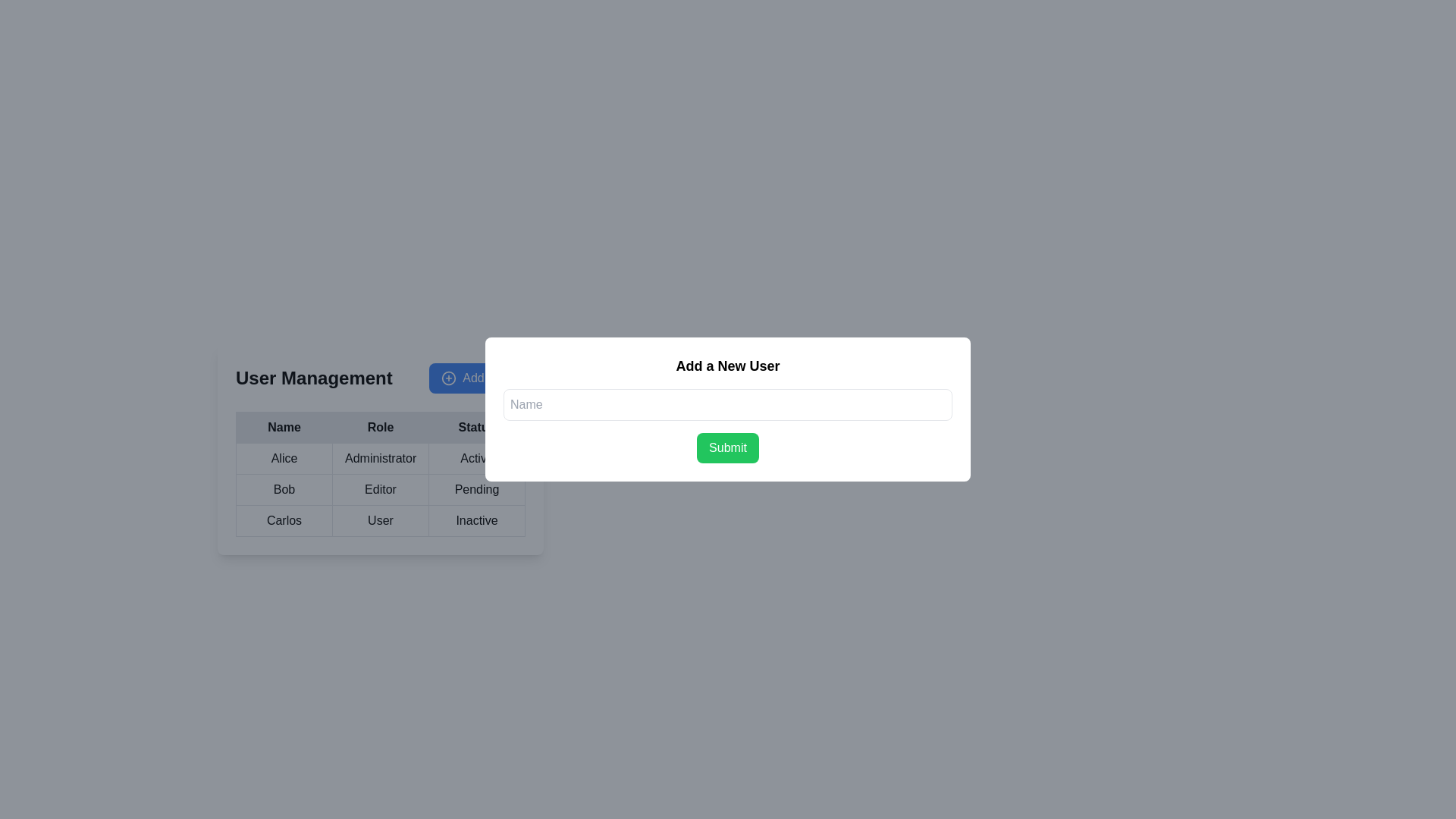 The width and height of the screenshot is (1456, 819). What do you see at coordinates (381, 519) in the screenshot?
I see `the role label indicating 'User' for the user 'Carlos' in the third row of the table` at bounding box center [381, 519].